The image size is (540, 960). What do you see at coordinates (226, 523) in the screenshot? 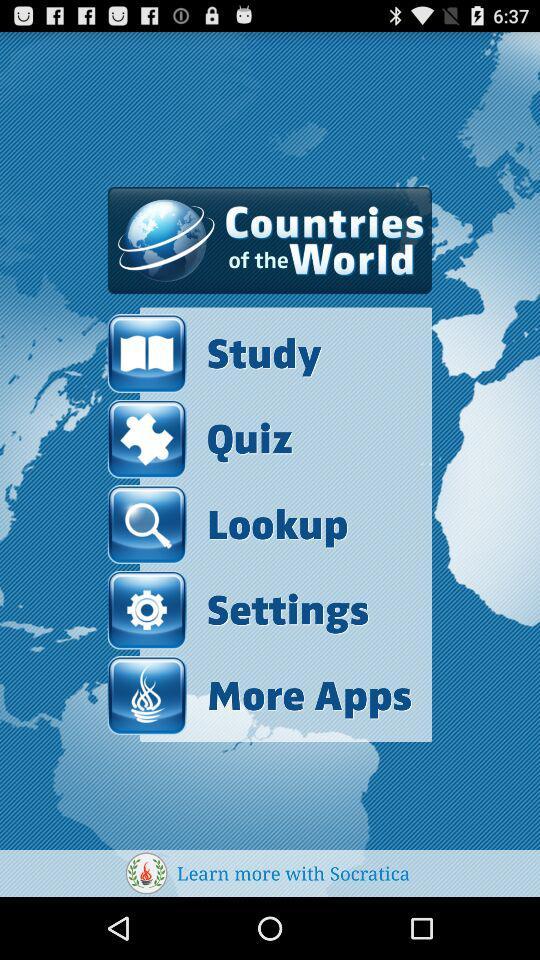
I see `item below quiz icon` at bounding box center [226, 523].